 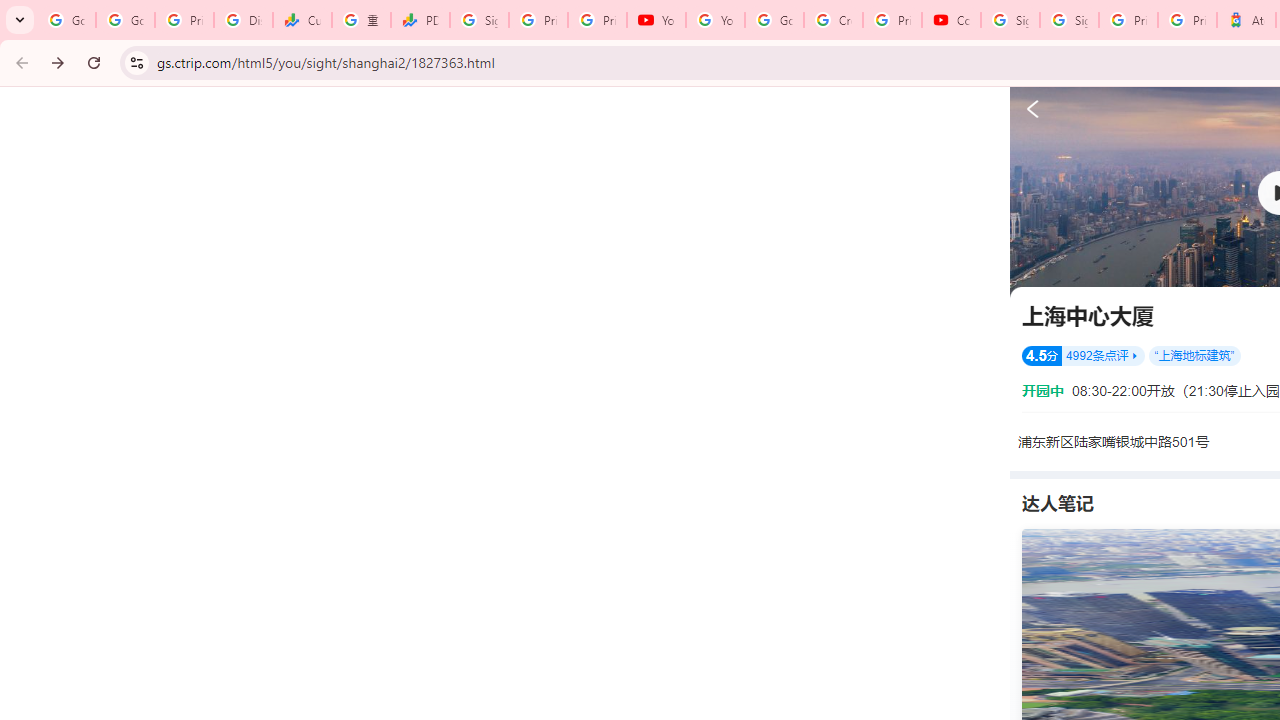 What do you see at coordinates (833, 20) in the screenshot?
I see `'Create your Google Account'` at bounding box center [833, 20].